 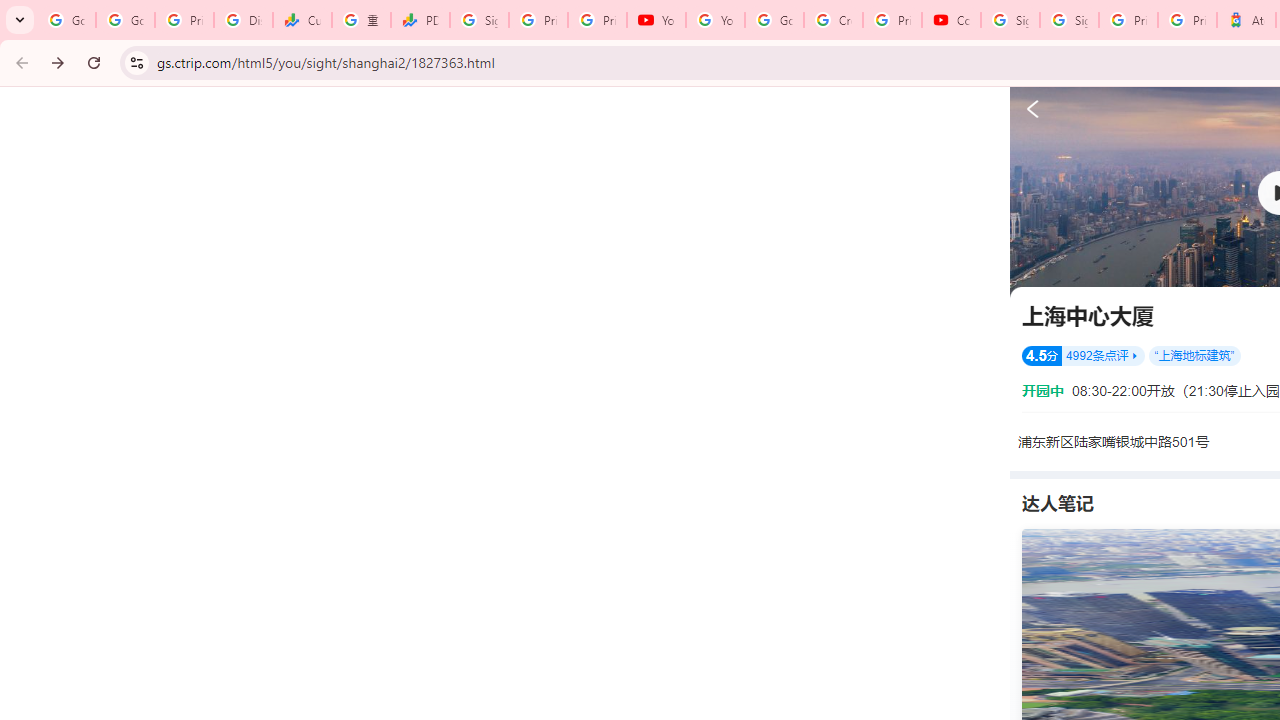 What do you see at coordinates (833, 20) in the screenshot?
I see `'Create your Google Account'` at bounding box center [833, 20].